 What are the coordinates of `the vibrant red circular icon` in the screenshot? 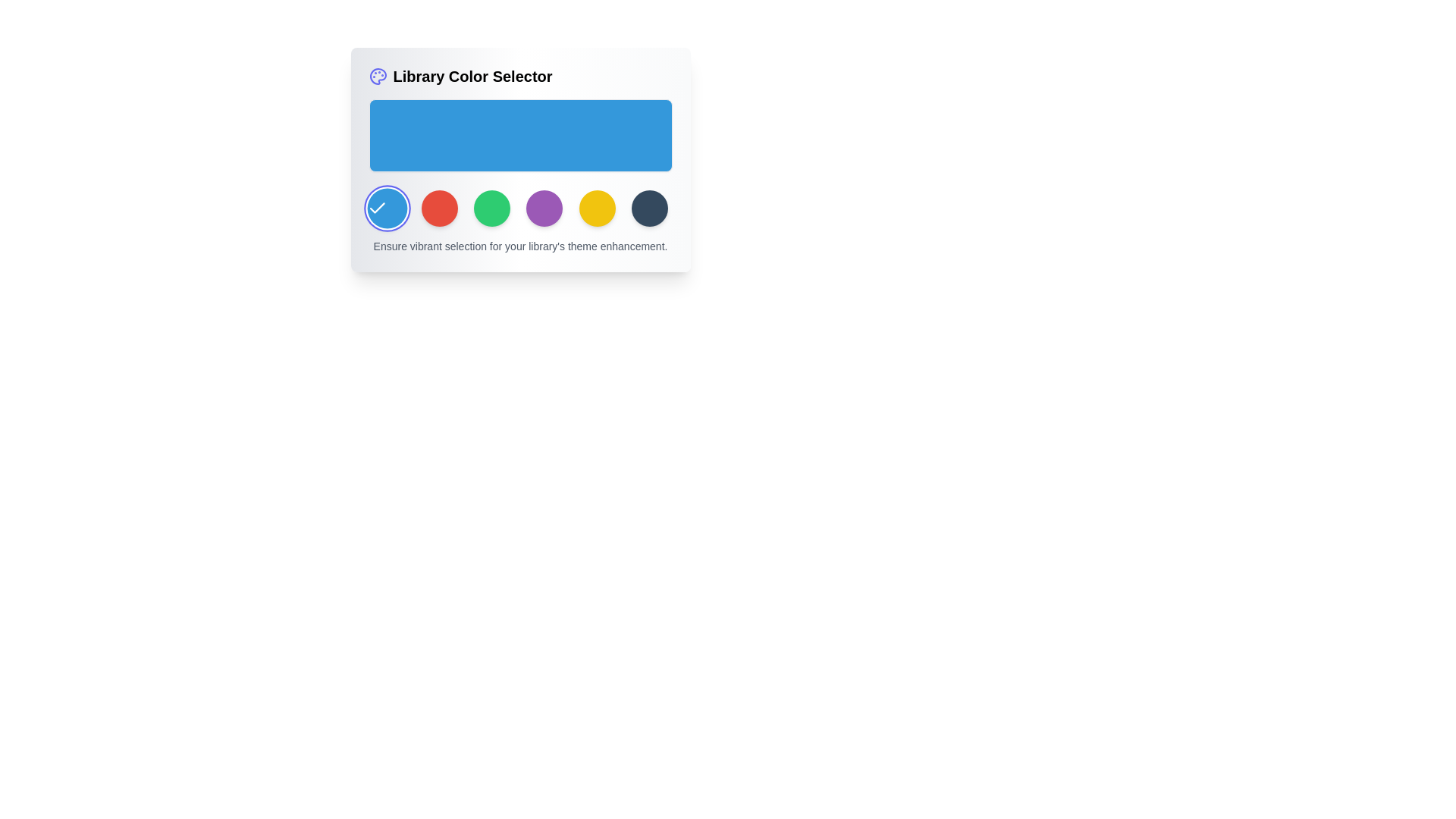 It's located at (438, 208).